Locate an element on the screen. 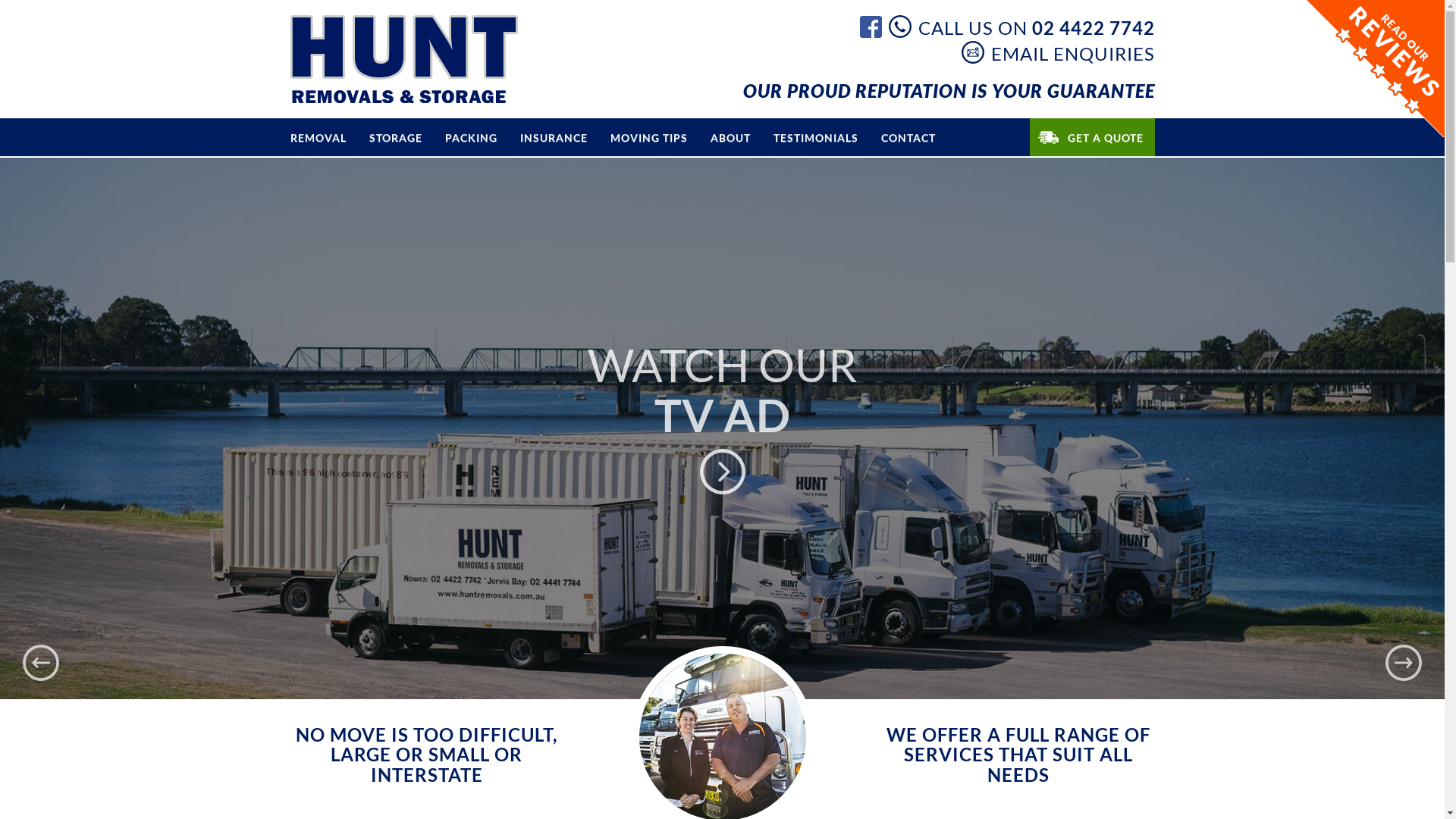 The width and height of the screenshot is (1456, 819). 'TESTIMONIALS' is located at coordinates (814, 137).